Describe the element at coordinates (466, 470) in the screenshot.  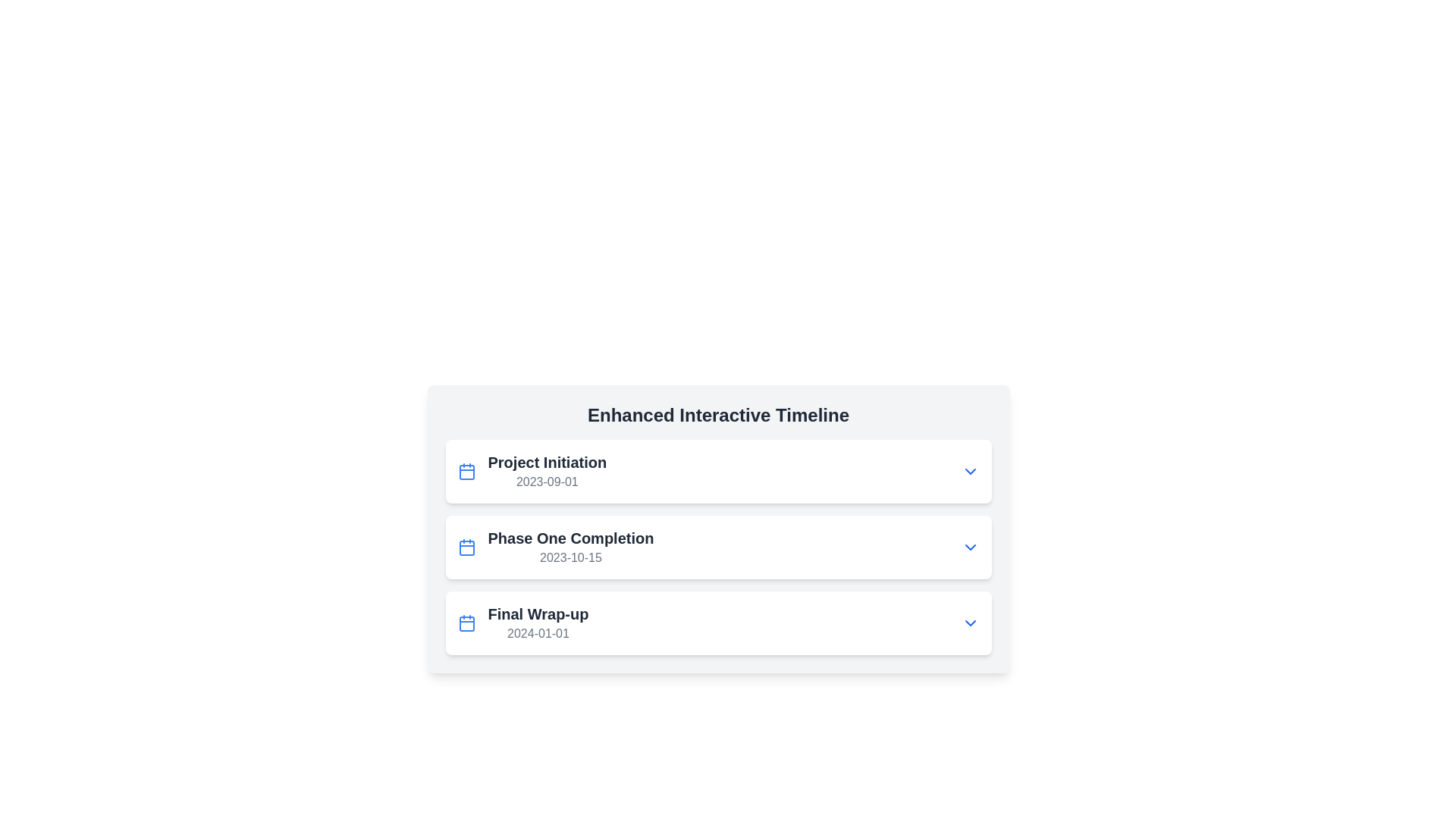
I see `the blue calendar icon located in the first row of the interactive timeline, next to the text 'Project Initiation' and the date '2023-09-01'` at that location.